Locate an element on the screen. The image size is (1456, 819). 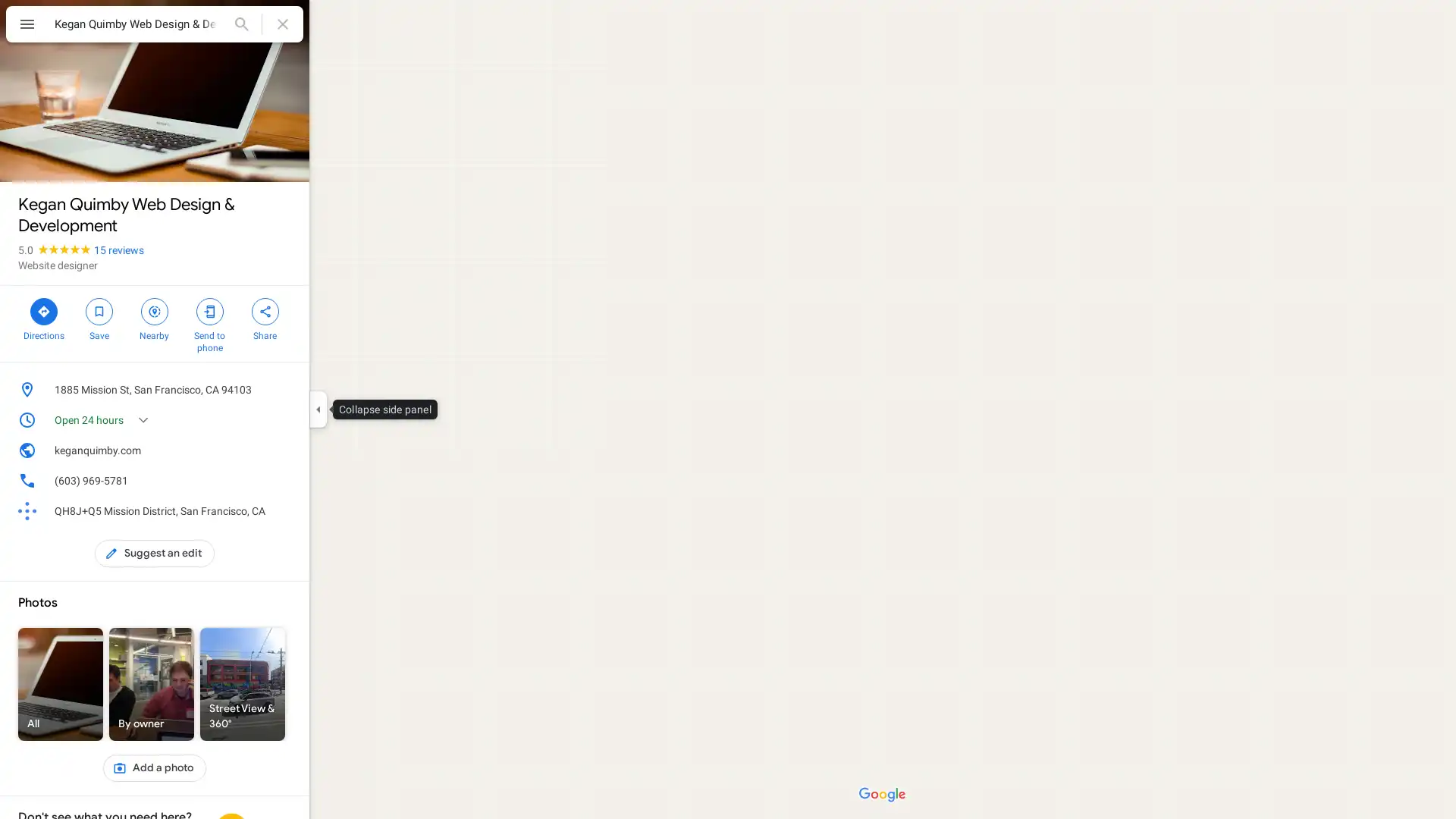
Copy plus code is located at coordinates (261, 511).